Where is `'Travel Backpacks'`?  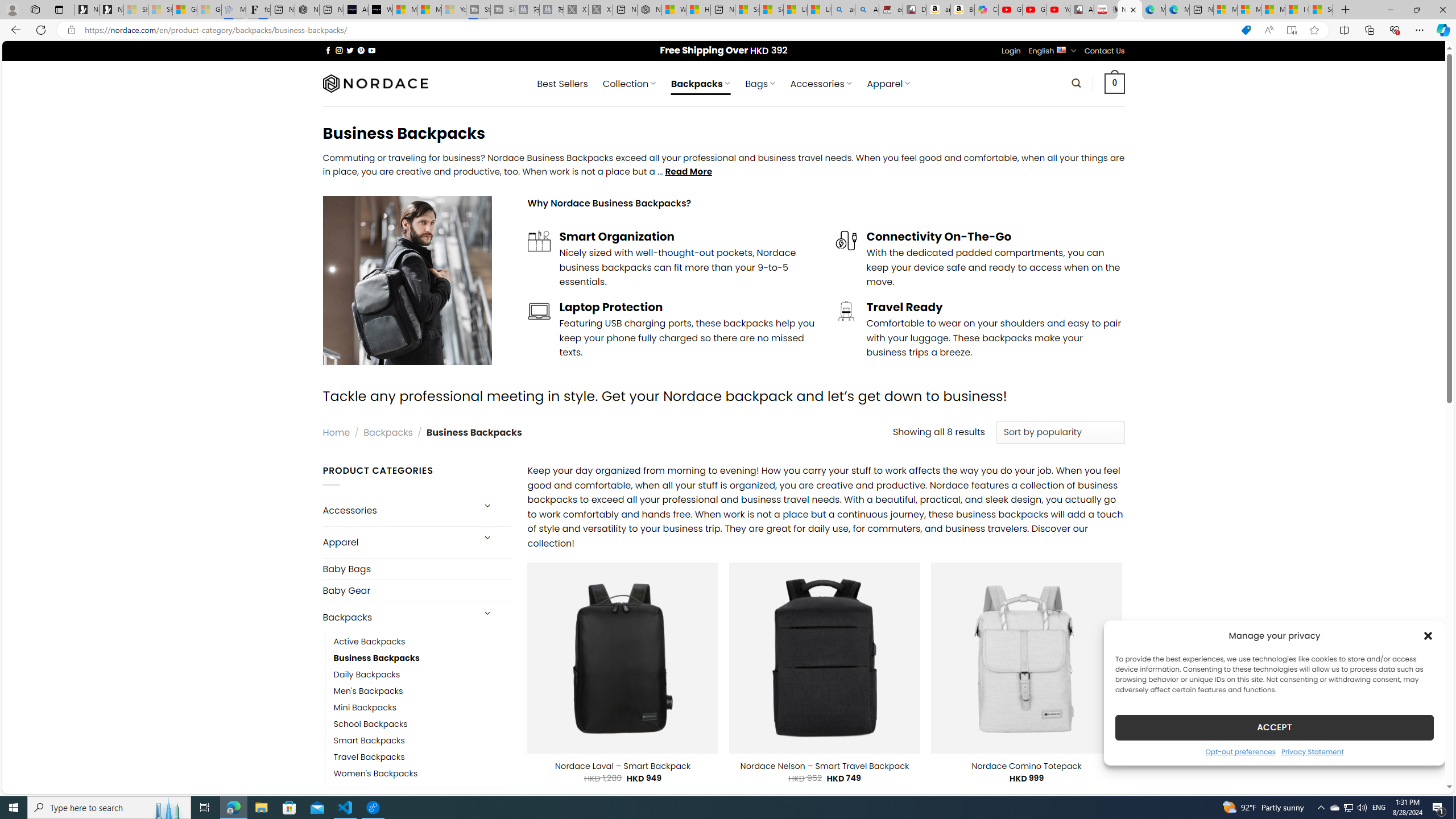 'Travel Backpacks' is located at coordinates (369, 756).